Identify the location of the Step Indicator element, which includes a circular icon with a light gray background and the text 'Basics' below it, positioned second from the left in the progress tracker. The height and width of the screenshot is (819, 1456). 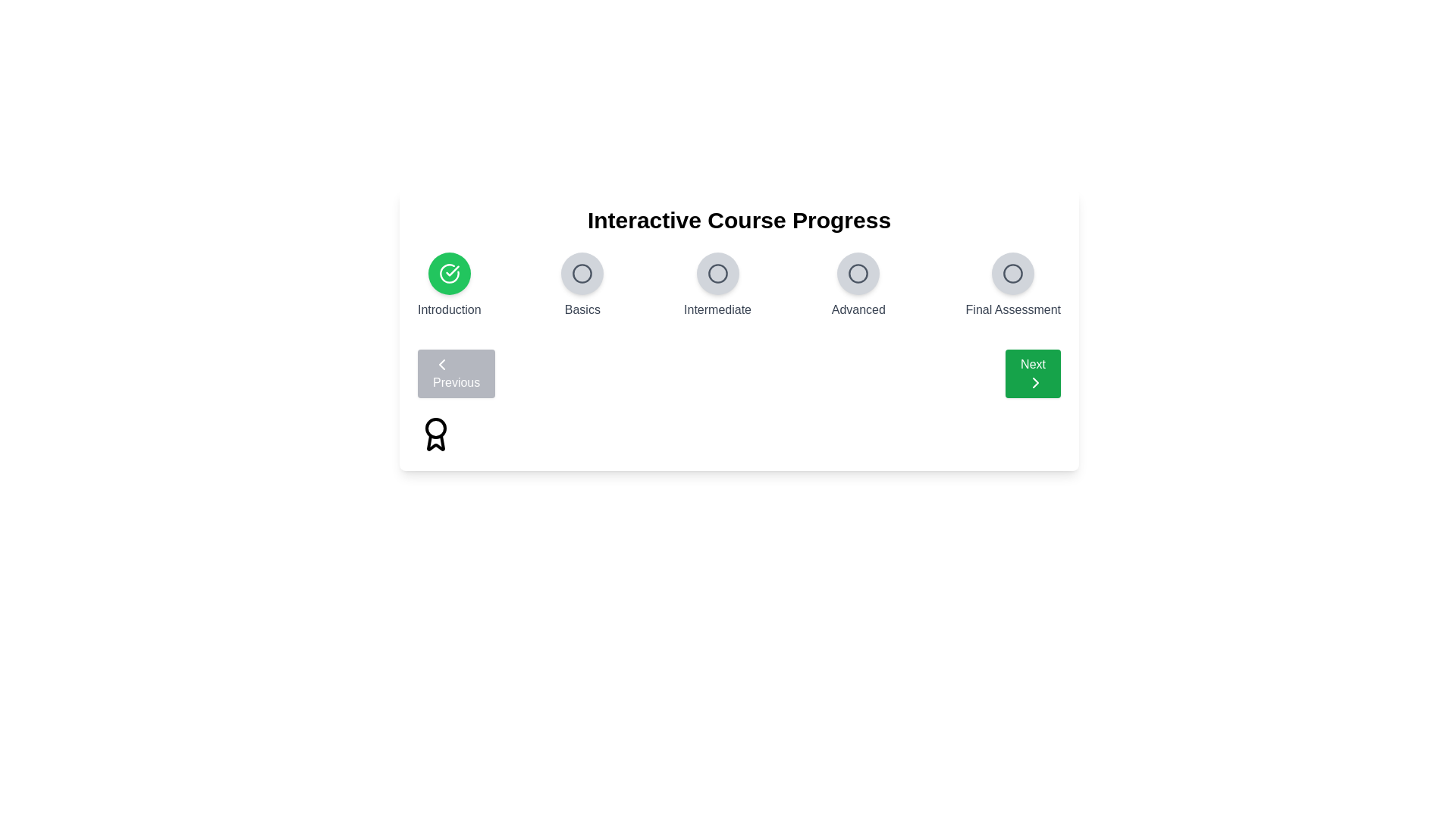
(582, 286).